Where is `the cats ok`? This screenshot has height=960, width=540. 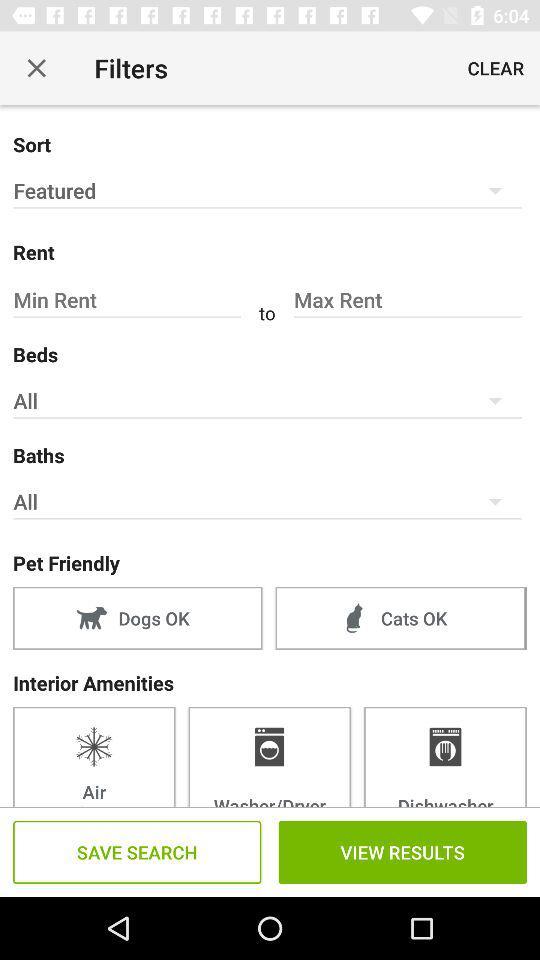
the cats ok is located at coordinates (400, 617).